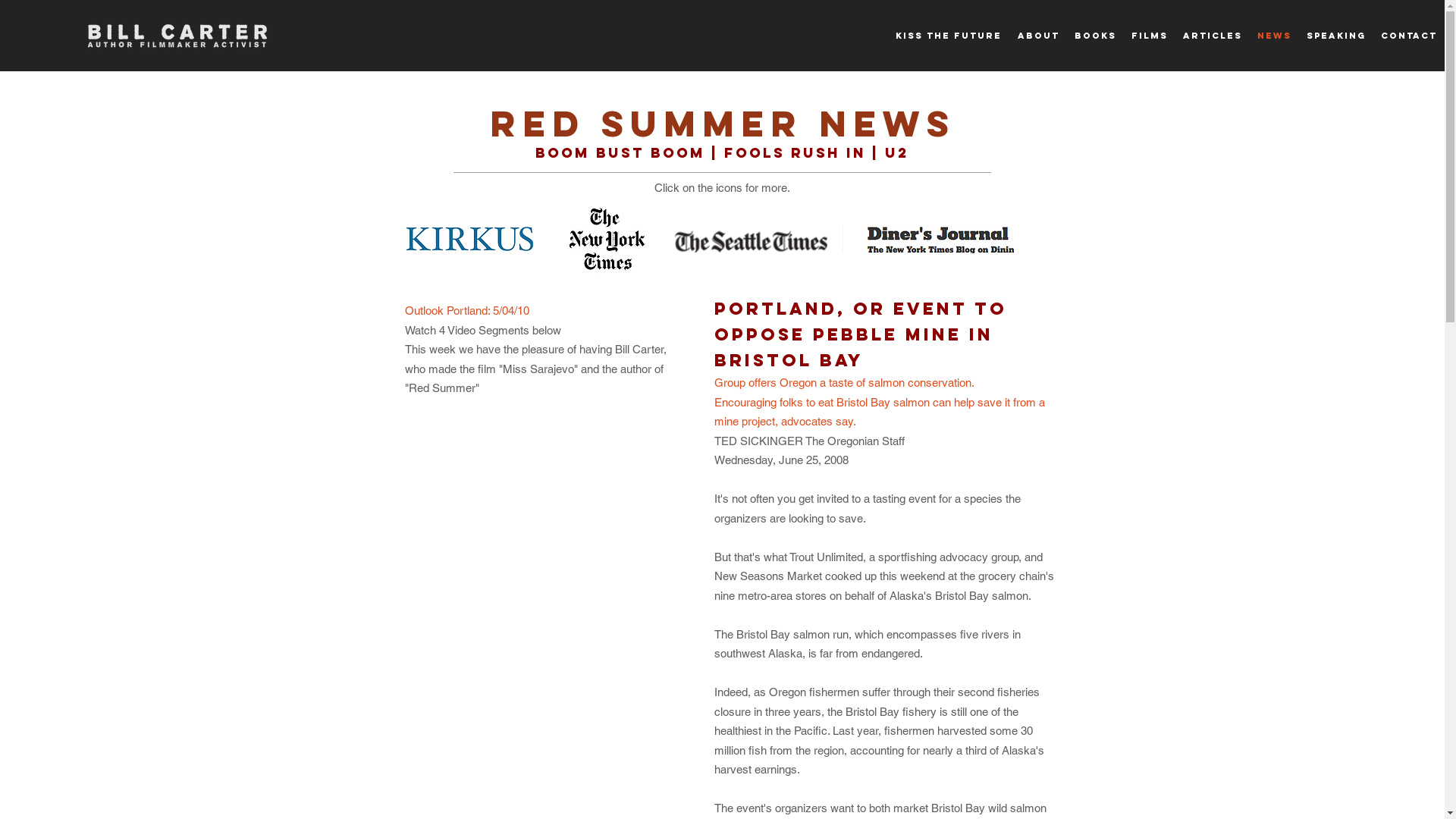 This screenshot has height=819, width=1456. Describe the element at coordinates (469, 239) in the screenshot. I see `'kirkus_500x95.png'` at that location.